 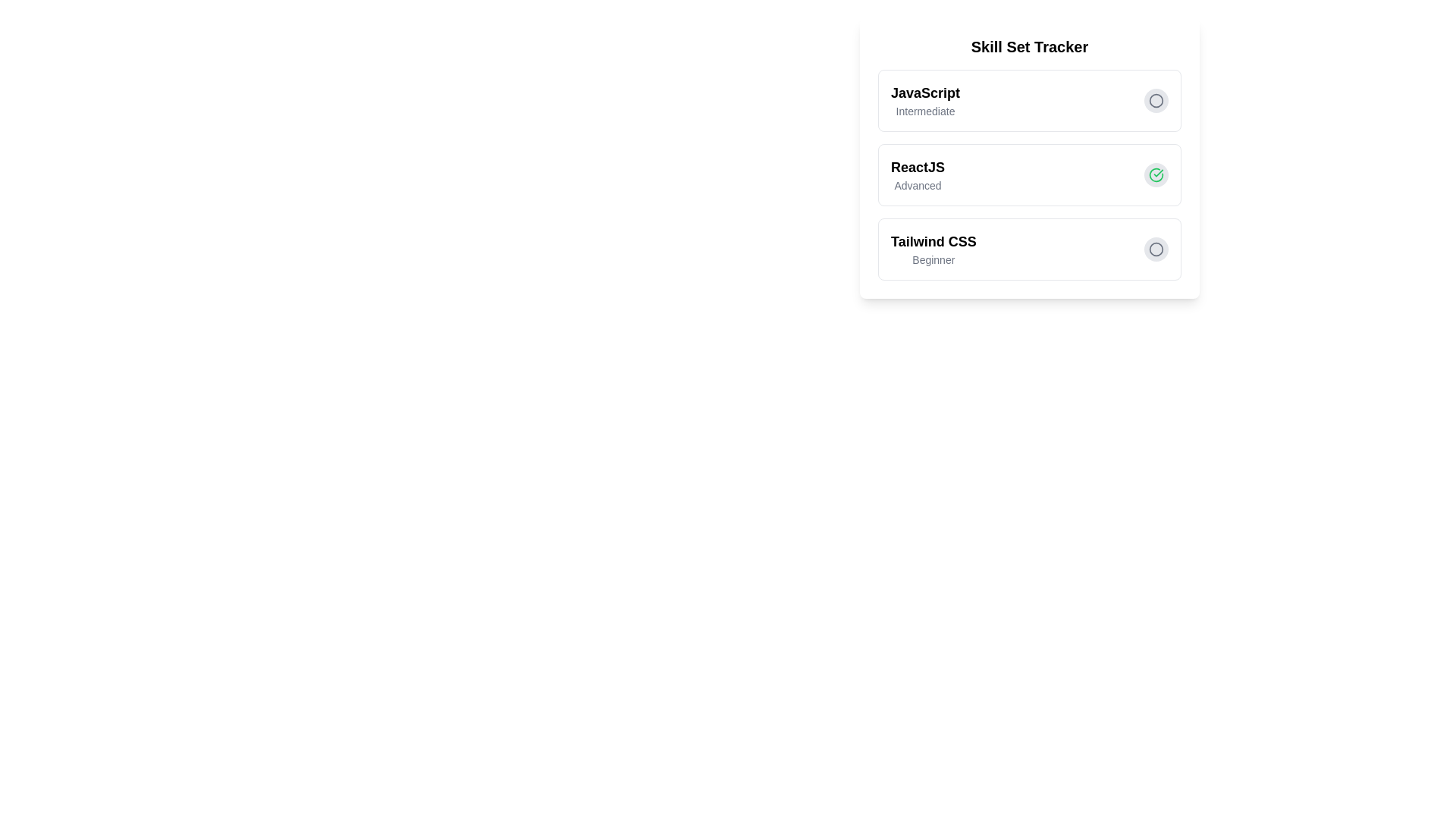 What do you see at coordinates (1156, 174) in the screenshot?
I see `the button located towards the right end of the entry for the 'ReactJS' skill` at bounding box center [1156, 174].